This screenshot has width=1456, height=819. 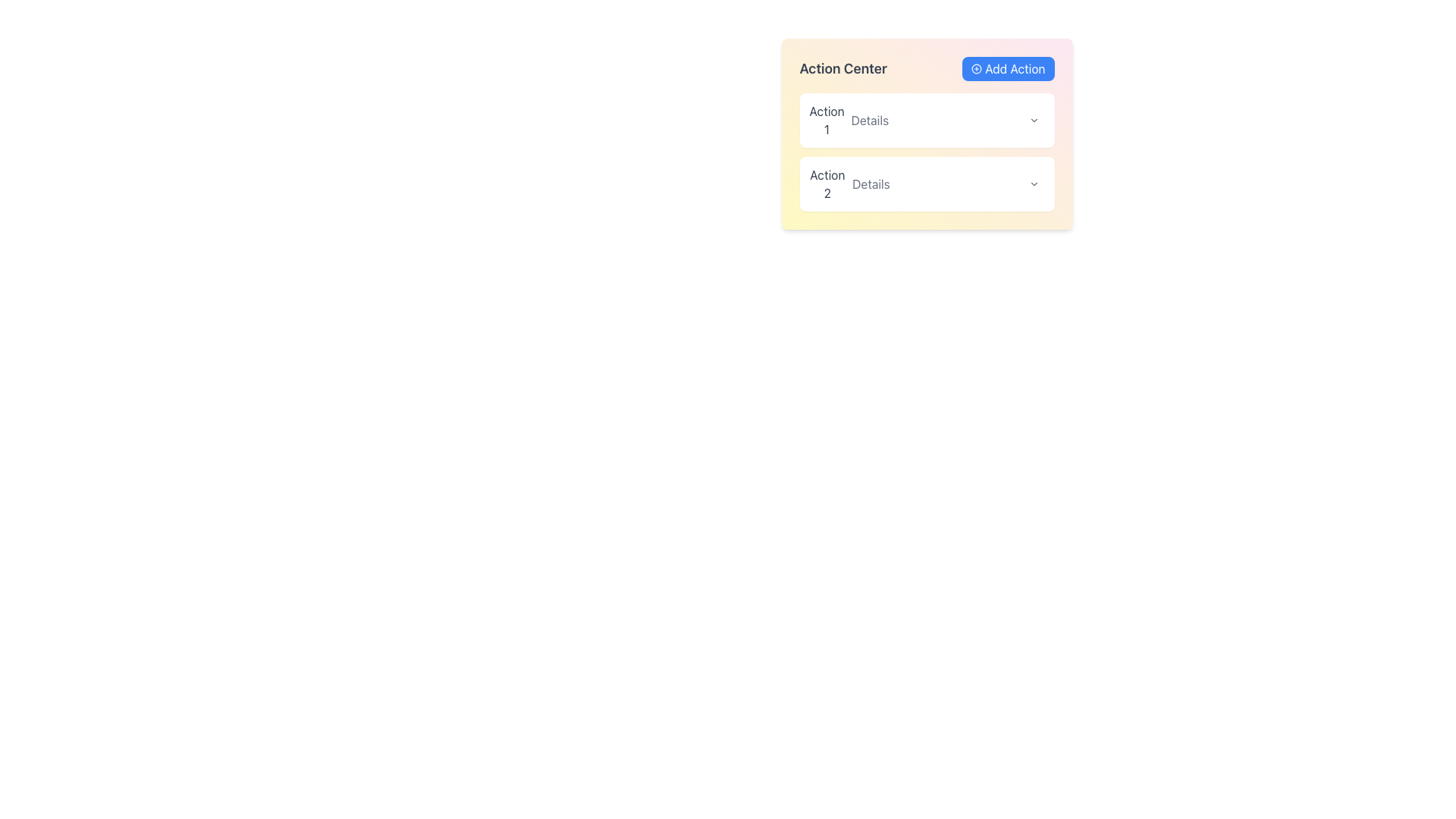 What do you see at coordinates (1033, 184) in the screenshot?
I see `the Chevron-Down Icon located in the 'Details' row of the second action item` at bounding box center [1033, 184].